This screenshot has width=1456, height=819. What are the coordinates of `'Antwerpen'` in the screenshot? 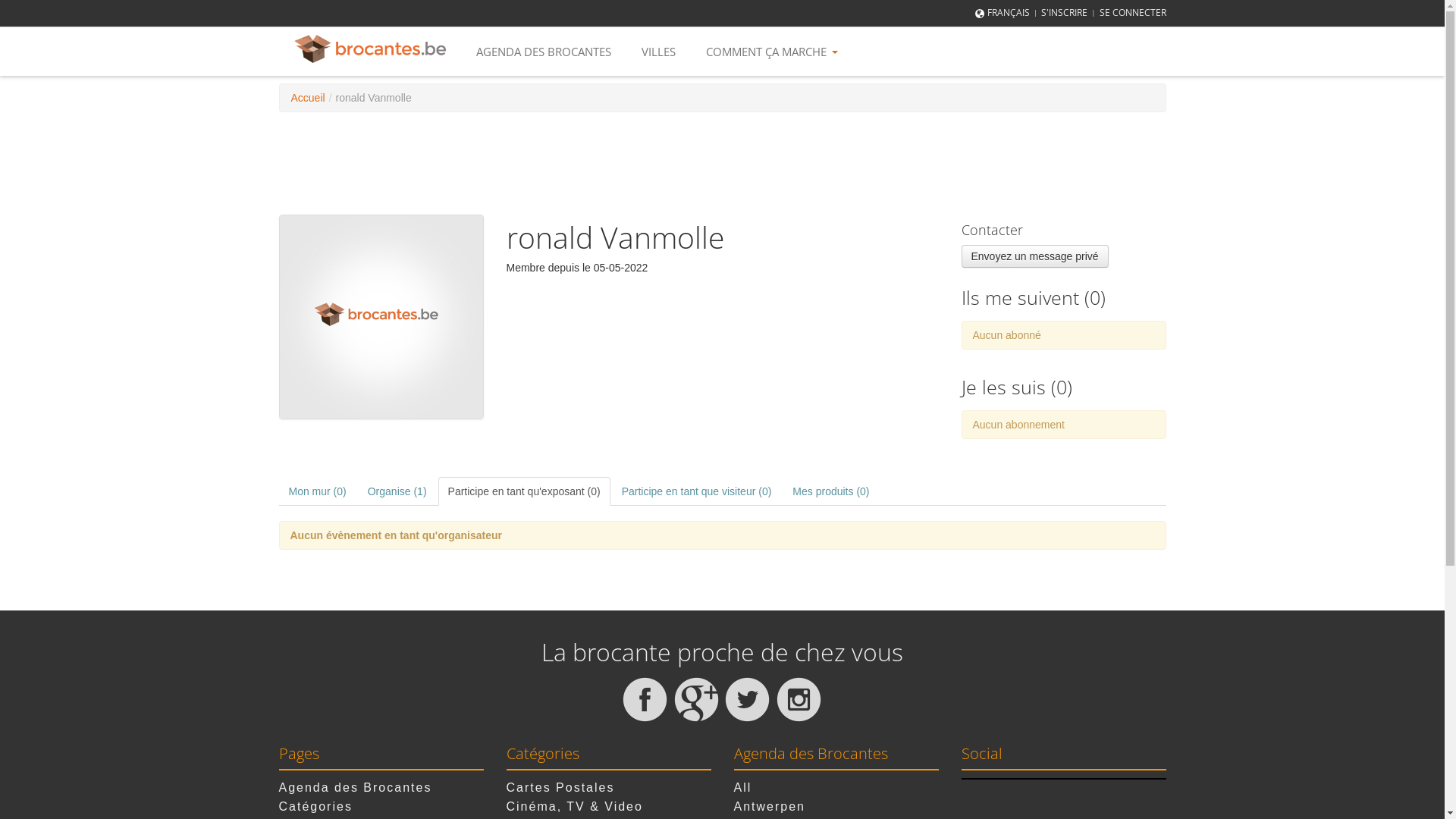 It's located at (770, 805).